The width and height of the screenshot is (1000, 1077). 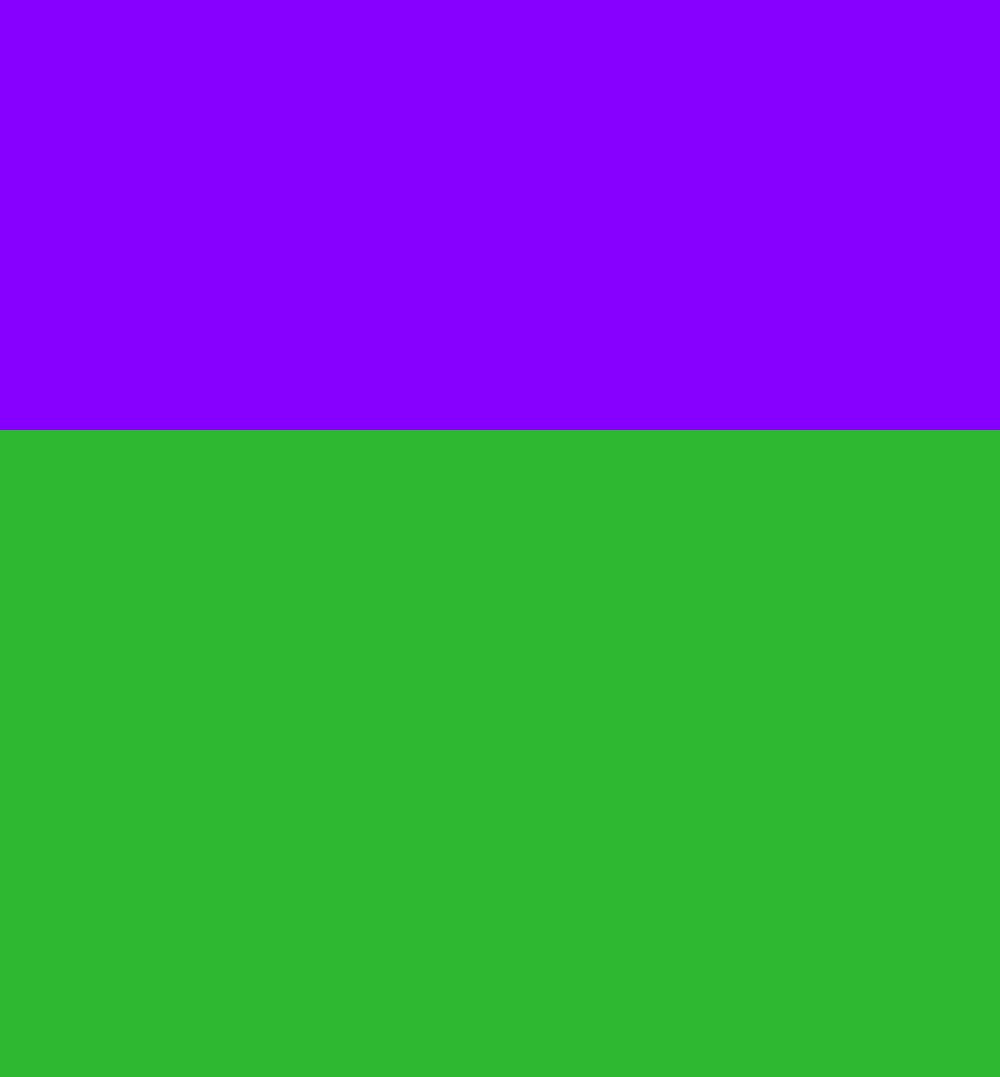 What do you see at coordinates (525, 138) in the screenshot?
I see `'If you aren’t fully leveraging a private network, then it might be time to talk to CG about how we’ve helped major UK organisations to manage more sites securely and meet the demand for applications and cloud-based services.'` at bounding box center [525, 138].